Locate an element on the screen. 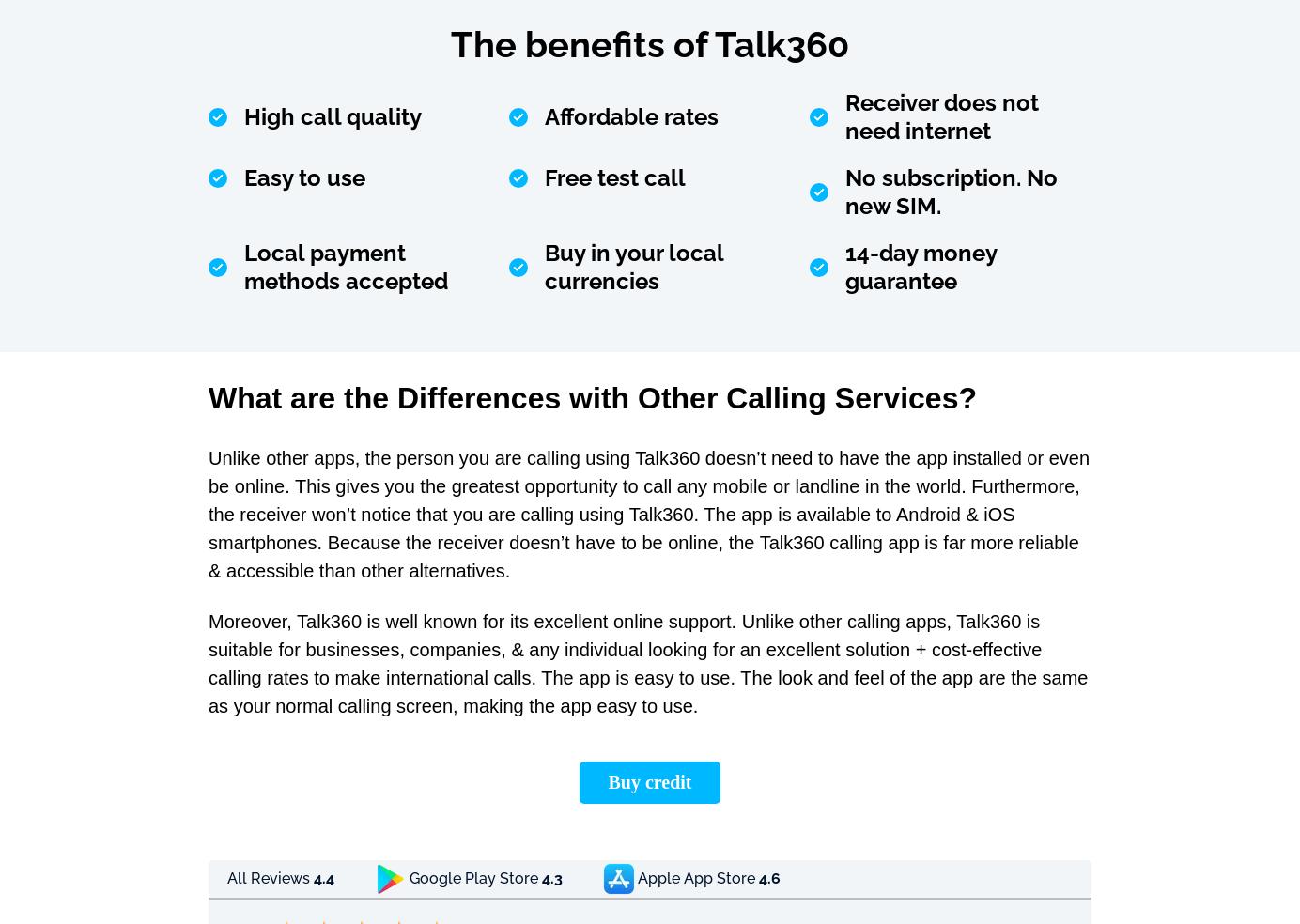 The height and width of the screenshot is (924, 1300). '4.4' is located at coordinates (324, 878).